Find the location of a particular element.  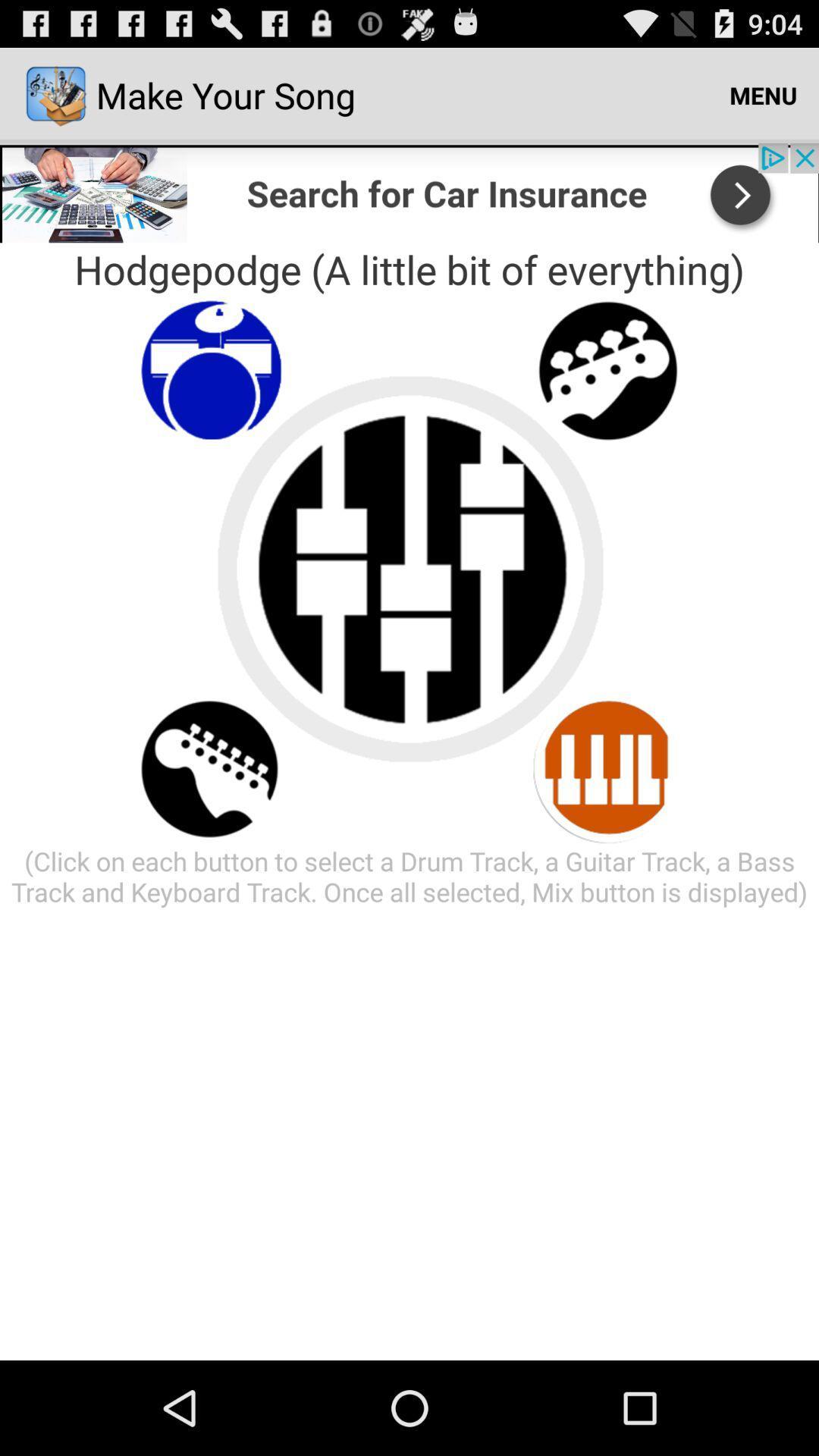

play is located at coordinates (607, 768).